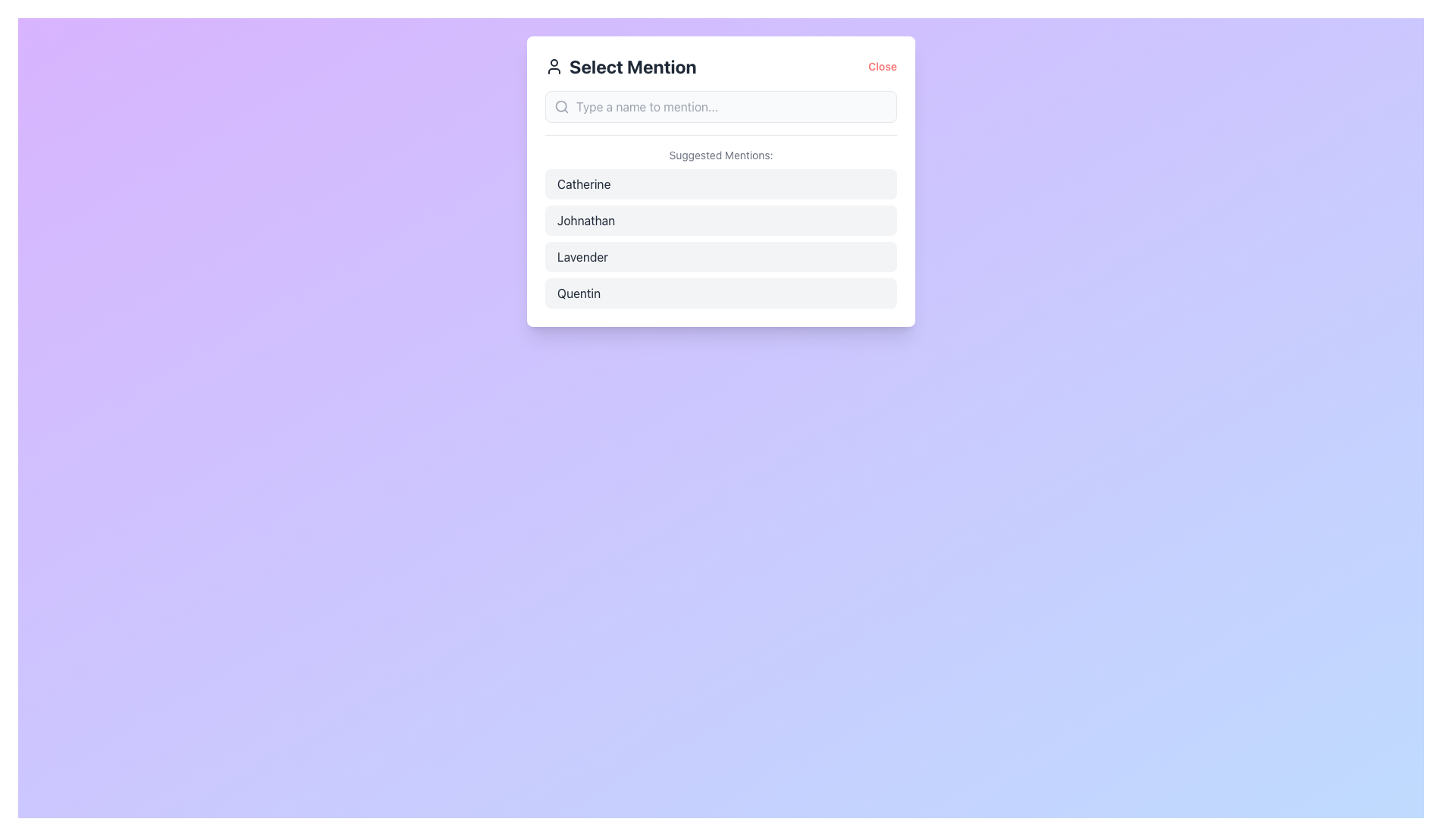  Describe the element at coordinates (720, 184) in the screenshot. I see `to select the first item labeled 'Catherine' in a vertically stacked list of options` at that location.